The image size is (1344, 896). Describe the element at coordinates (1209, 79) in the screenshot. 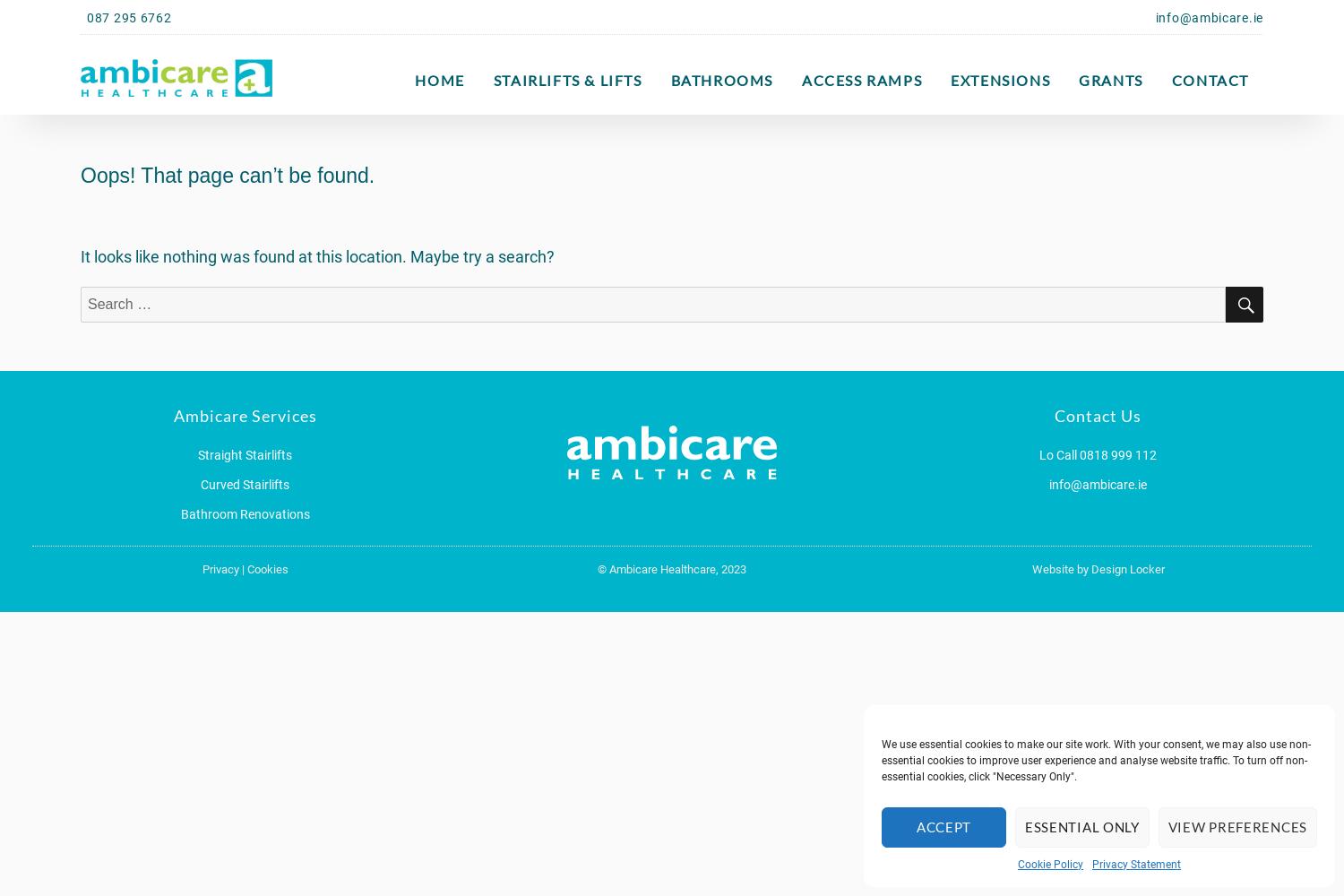

I see `'Contact'` at that location.